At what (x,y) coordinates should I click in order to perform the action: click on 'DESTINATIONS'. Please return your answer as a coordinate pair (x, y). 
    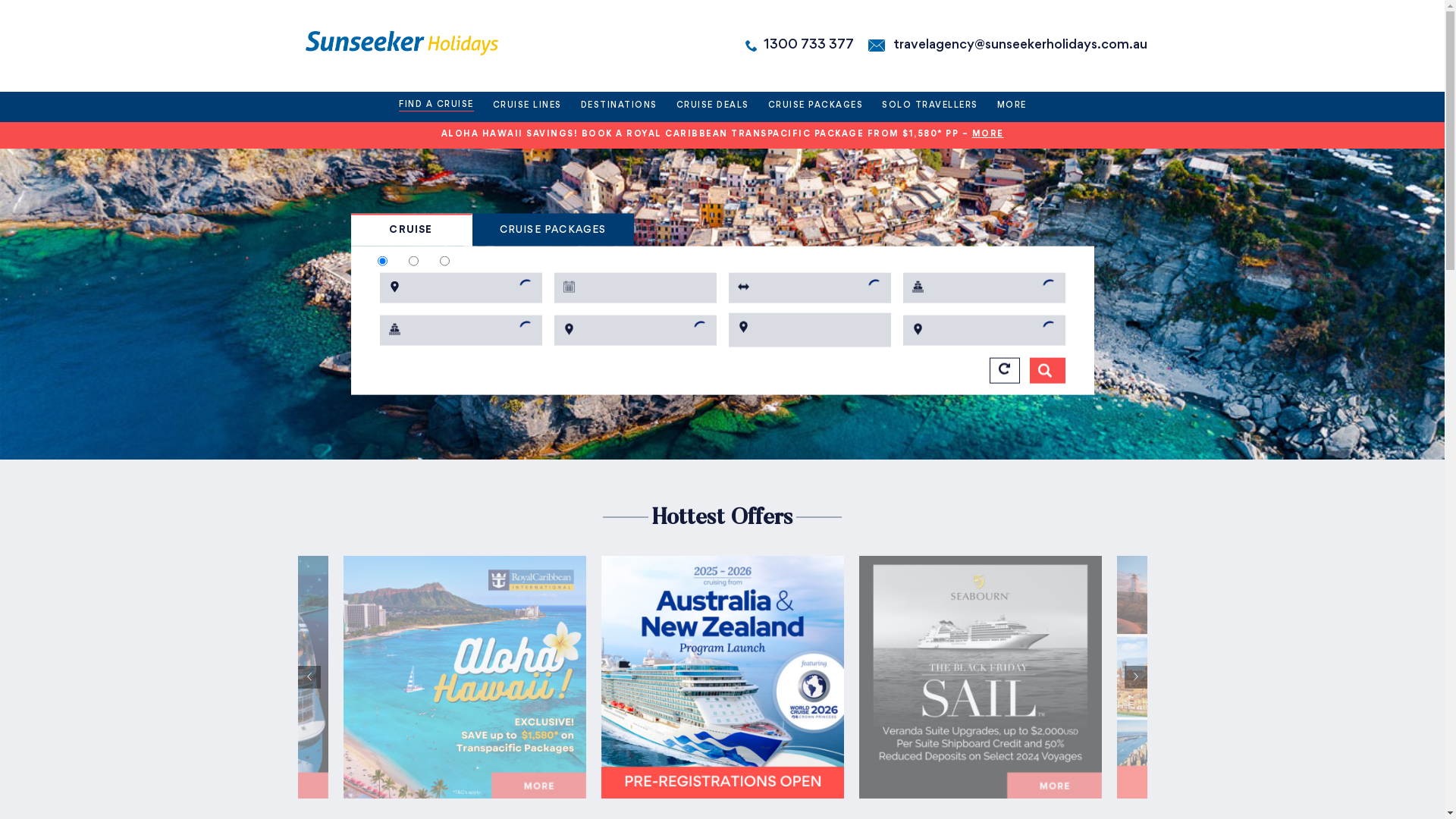
    Looking at the image, I should click on (619, 106).